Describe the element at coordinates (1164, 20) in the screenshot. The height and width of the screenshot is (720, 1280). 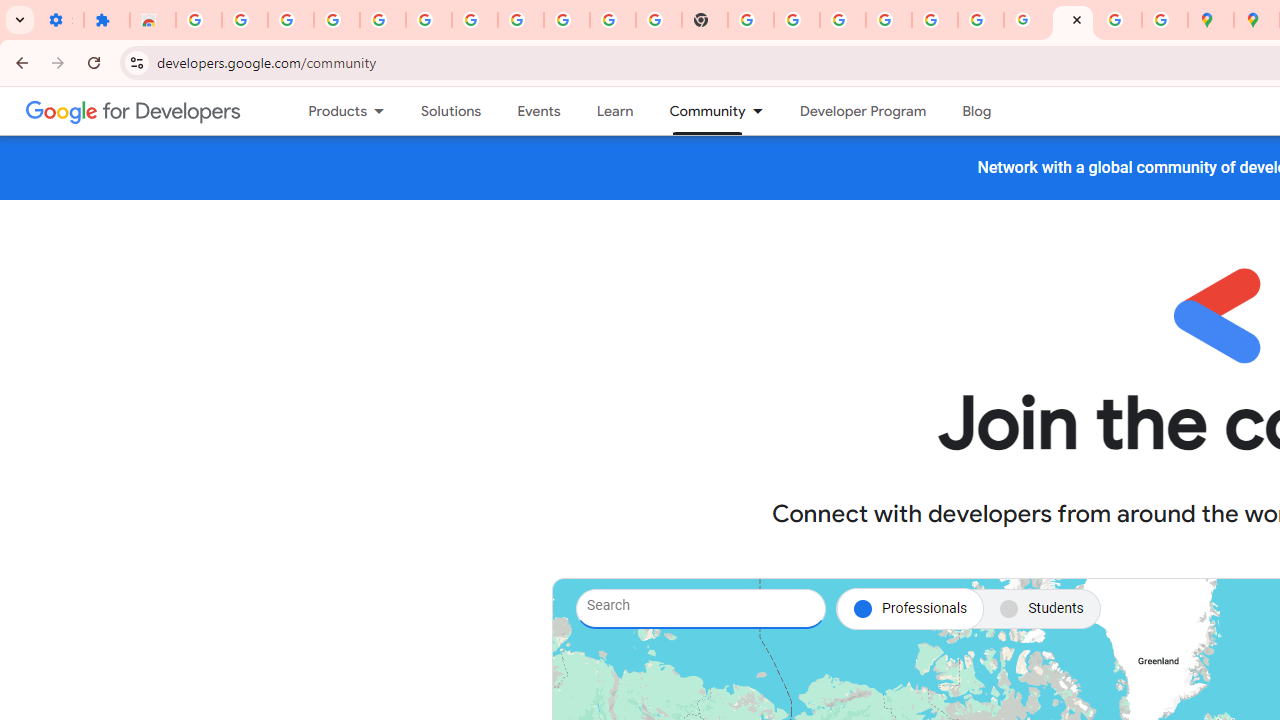
I see `'Safety in Our Products - Google Safety Center'` at that location.